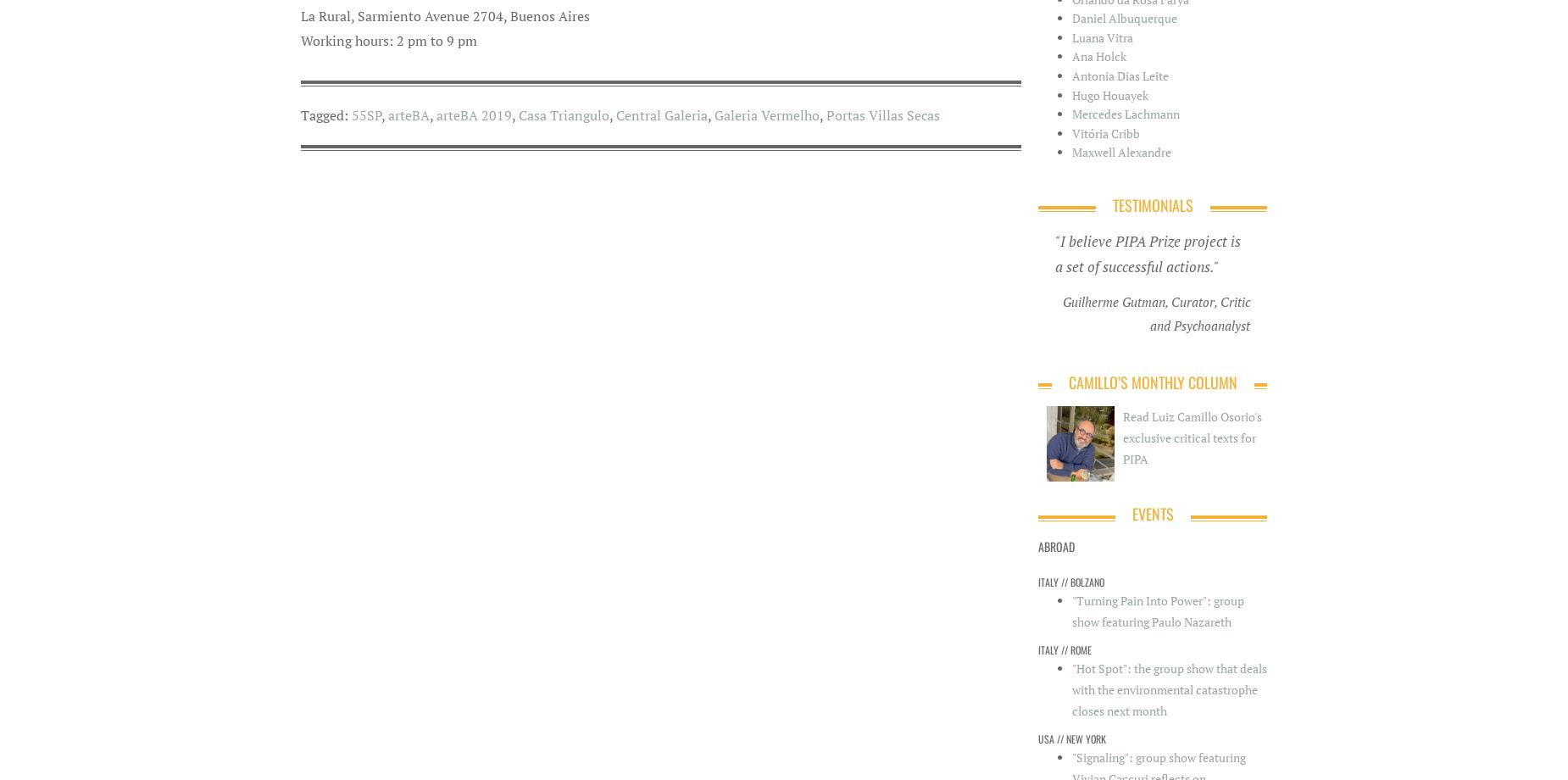  I want to click on 'Guilherme Gutman, Curator, Critic and Psychoanalyst', so click(1155, 312).